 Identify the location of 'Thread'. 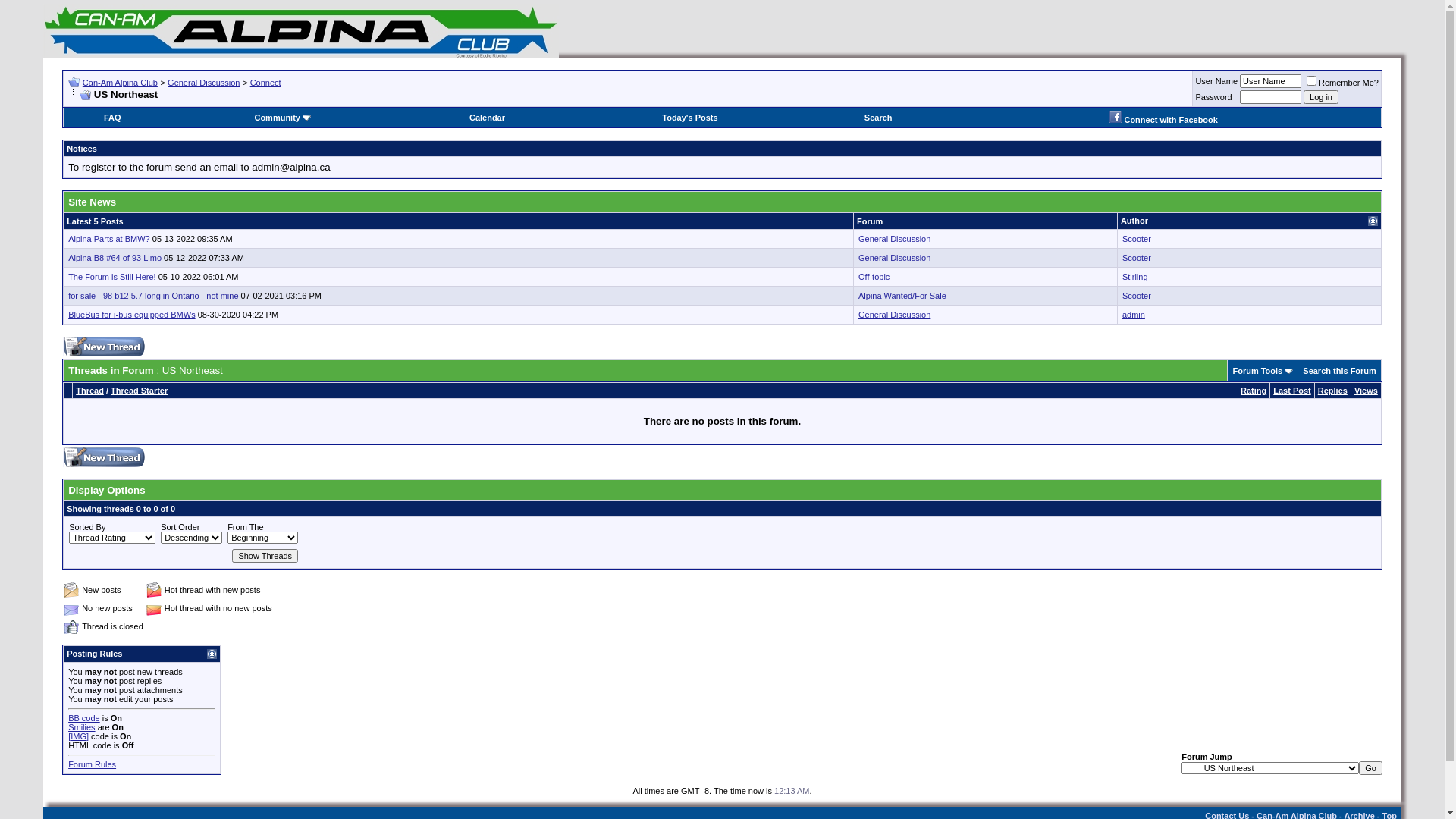
(89, 390).